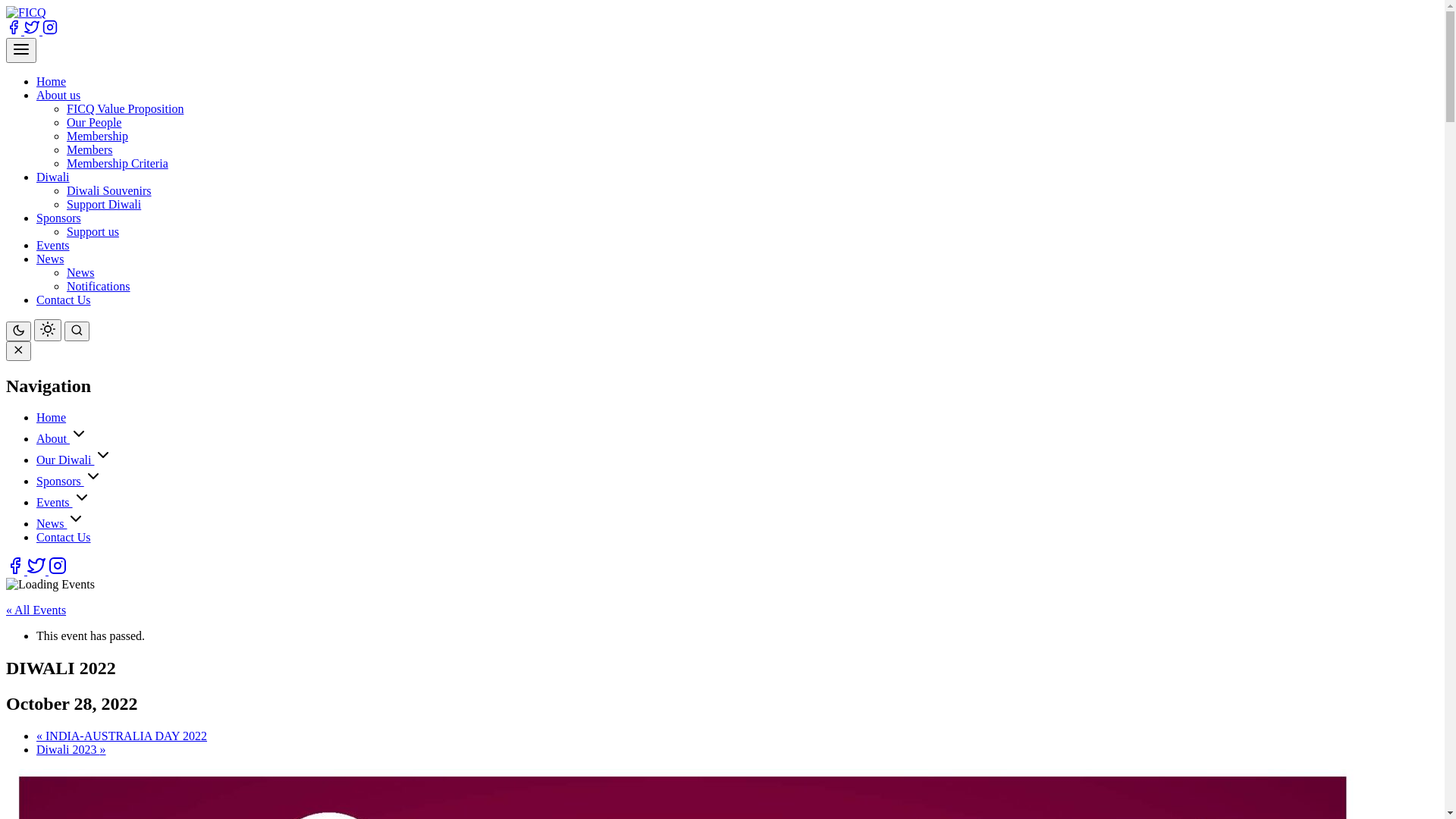  Describe the element at coordinates (55, 502) in the screenshot. I see `'Events'` at that location.